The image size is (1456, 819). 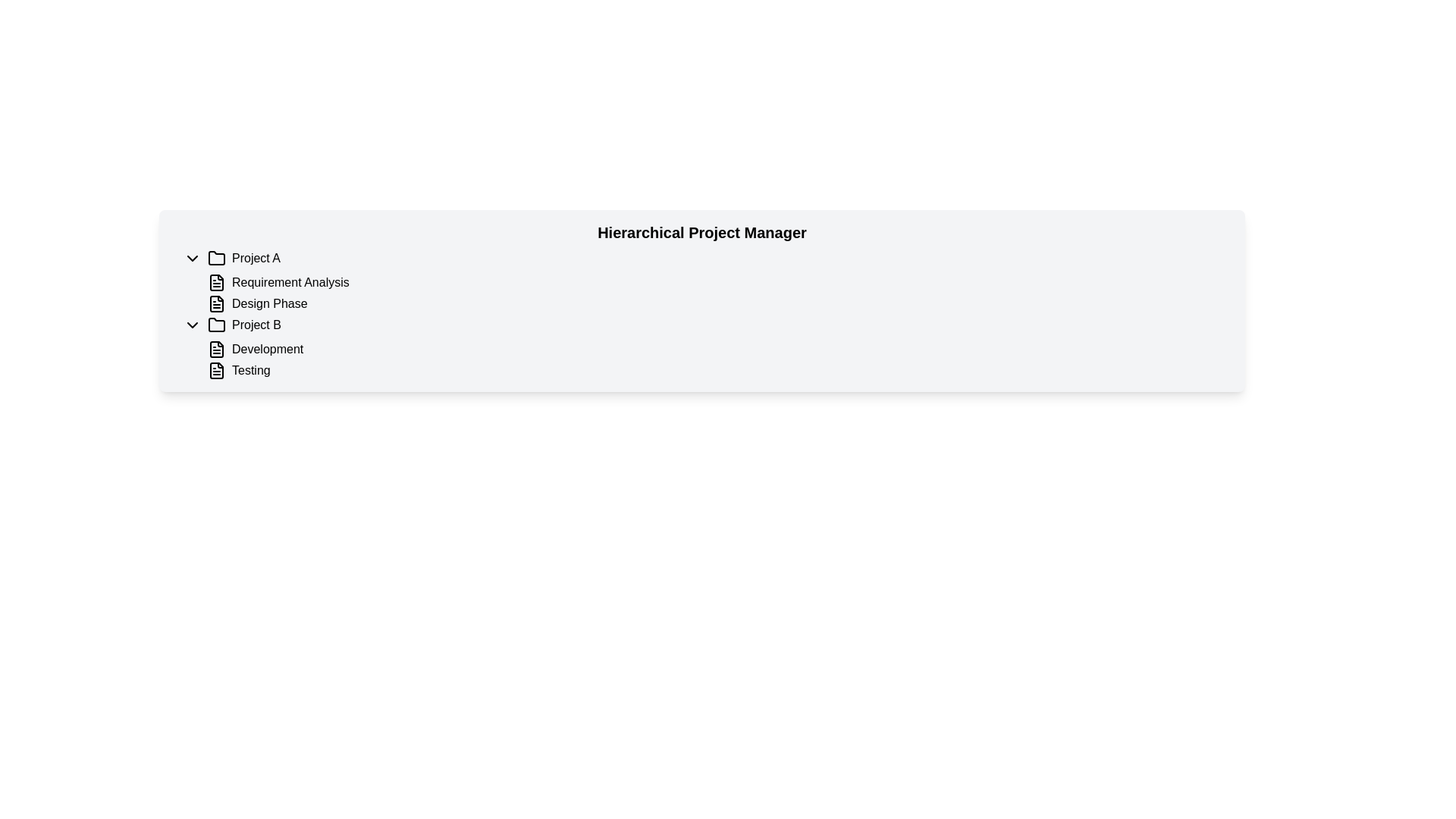 I want to click on the toggle button for 'Project B', so click(x=192, y=324).